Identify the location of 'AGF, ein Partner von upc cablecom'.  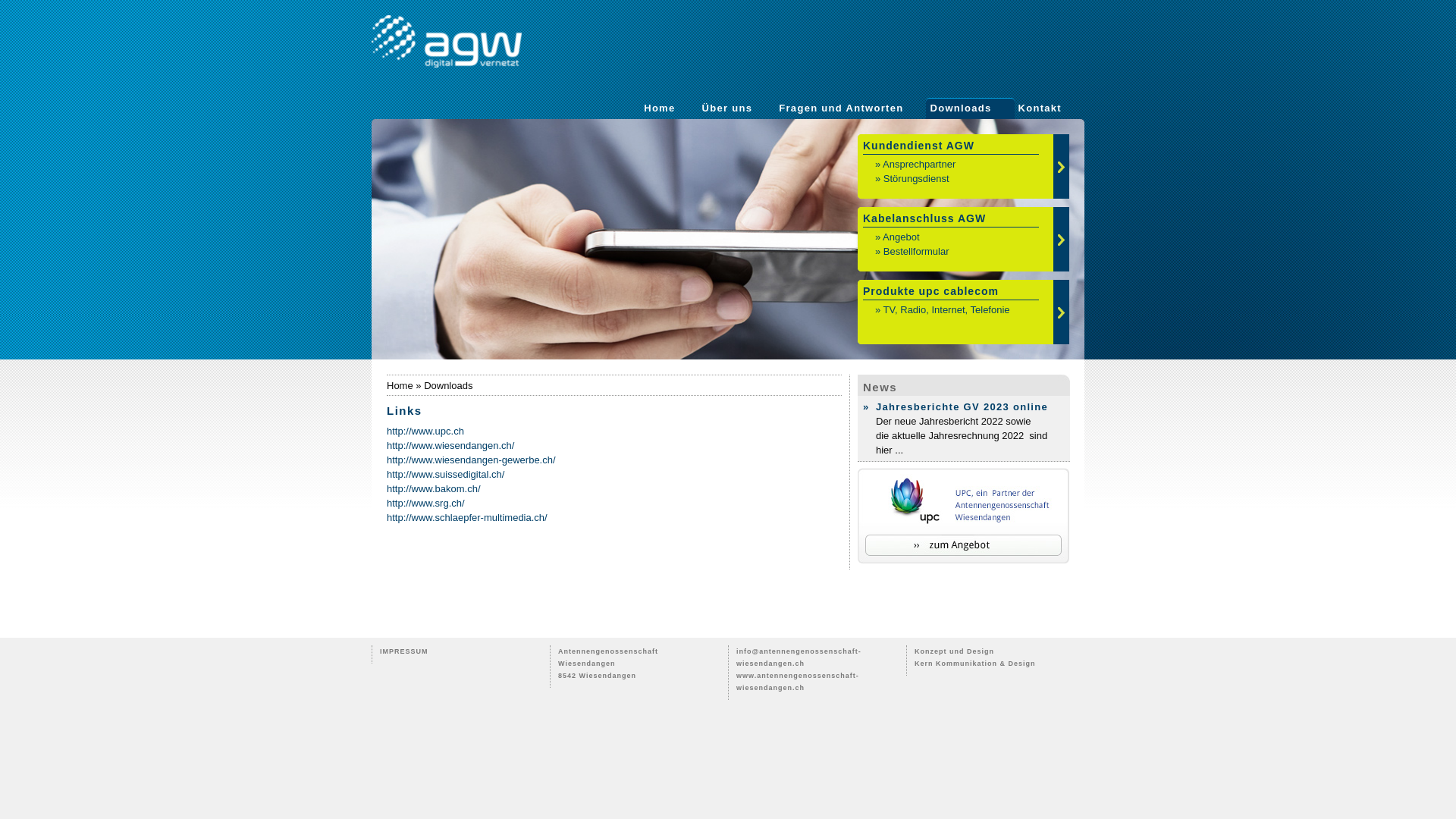
(962, 514).